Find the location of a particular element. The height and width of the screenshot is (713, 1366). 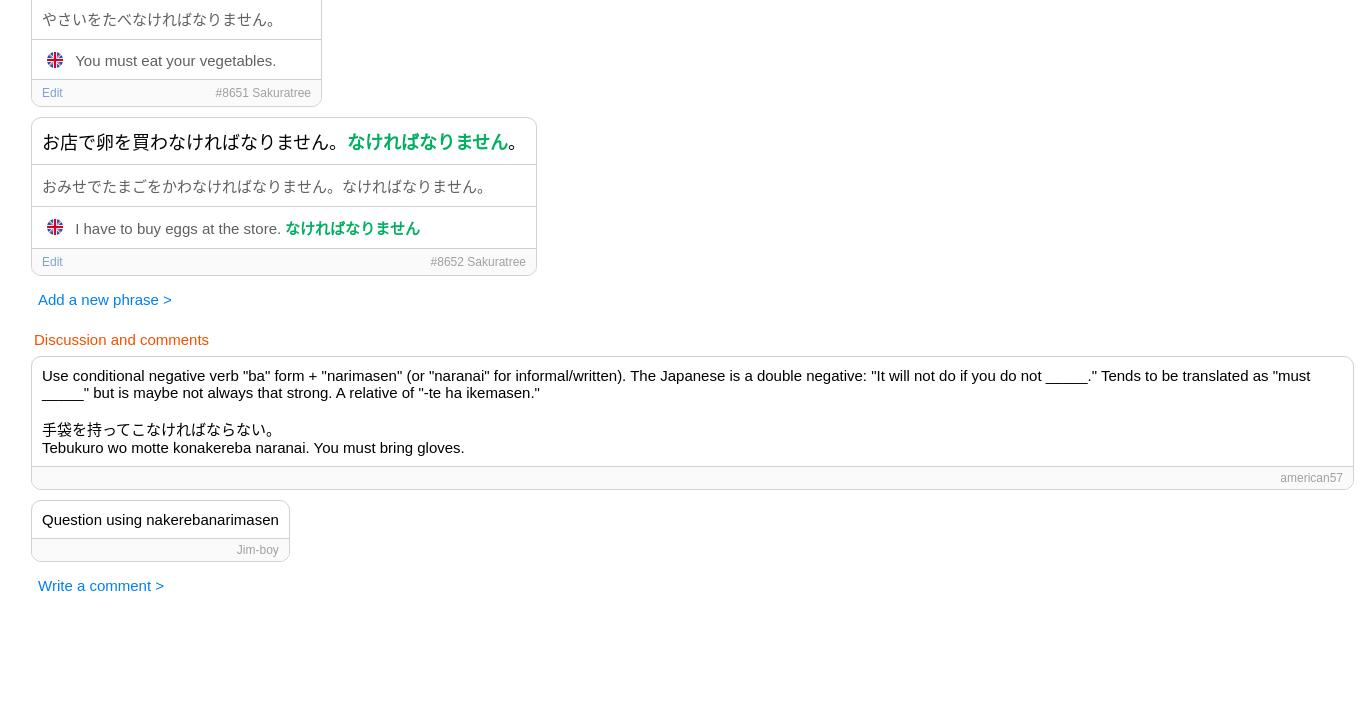

'Tebukuro wo motte konakereba naranai. You must bring gloves.' is located at coordinates (41, 445).